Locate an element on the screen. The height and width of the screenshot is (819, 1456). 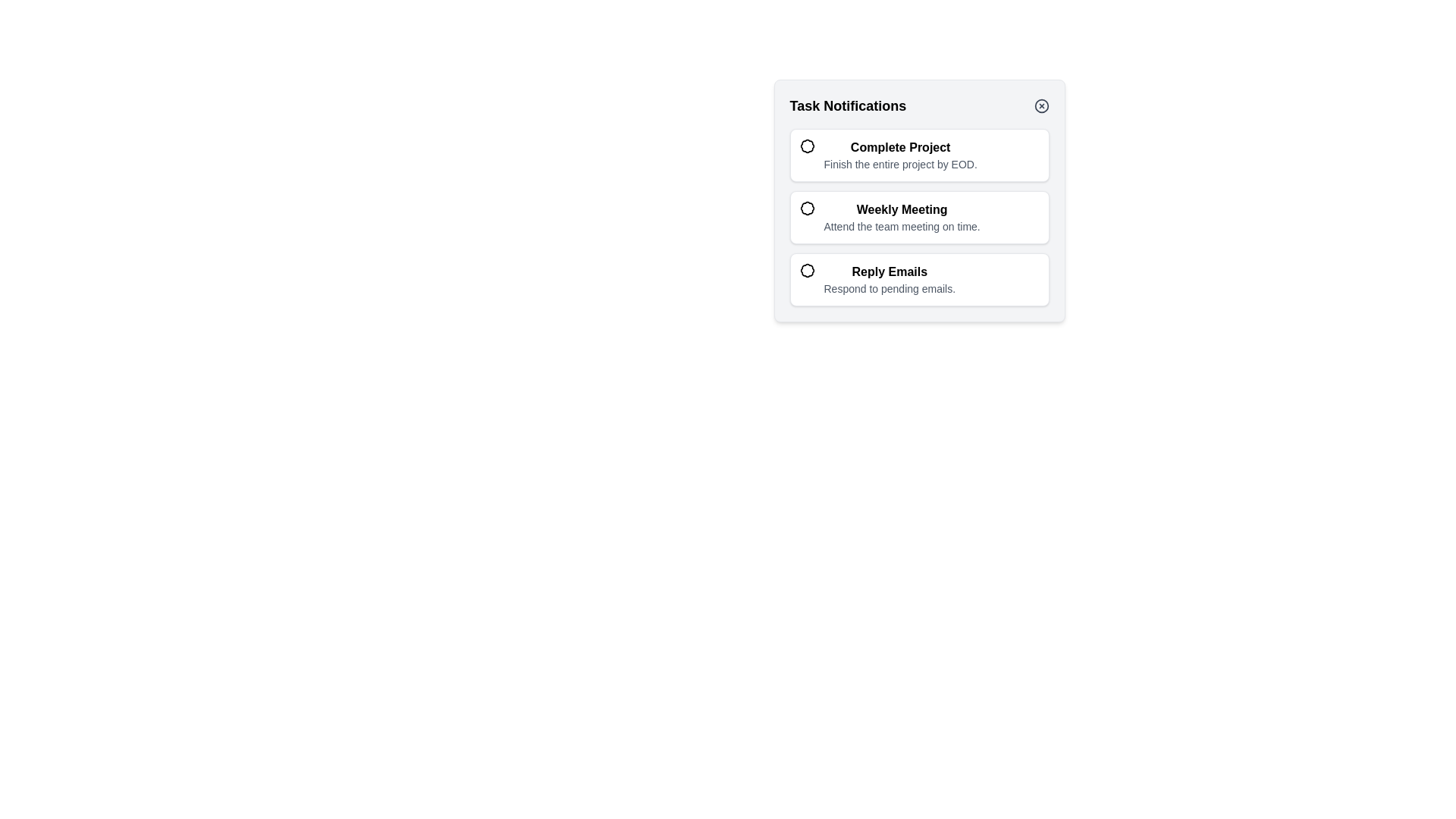
the first task notification item at the top of the list of task notifications is located at coordinates (918, 155).